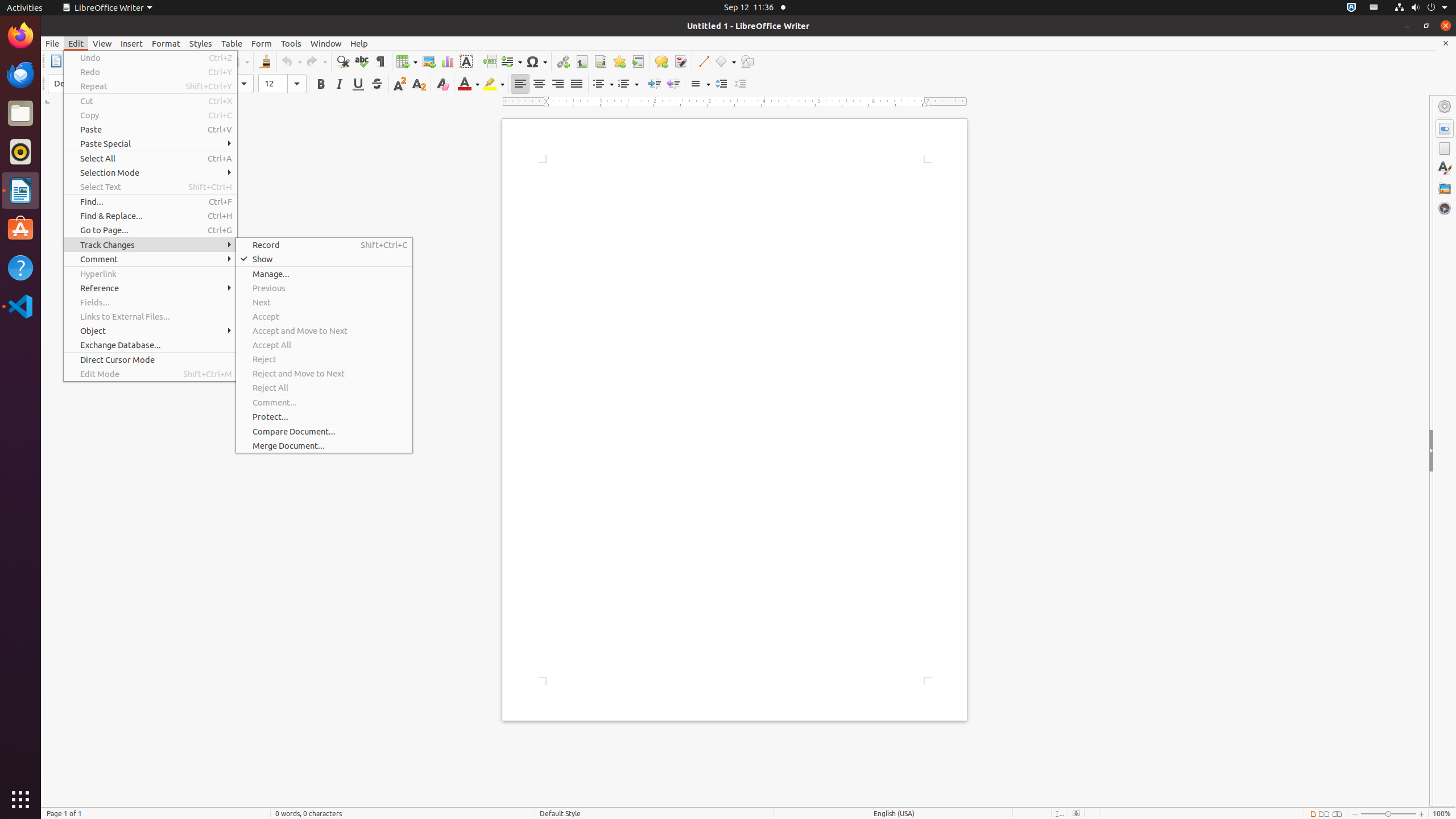  I want to click on 'Redo', so click(150, 72).